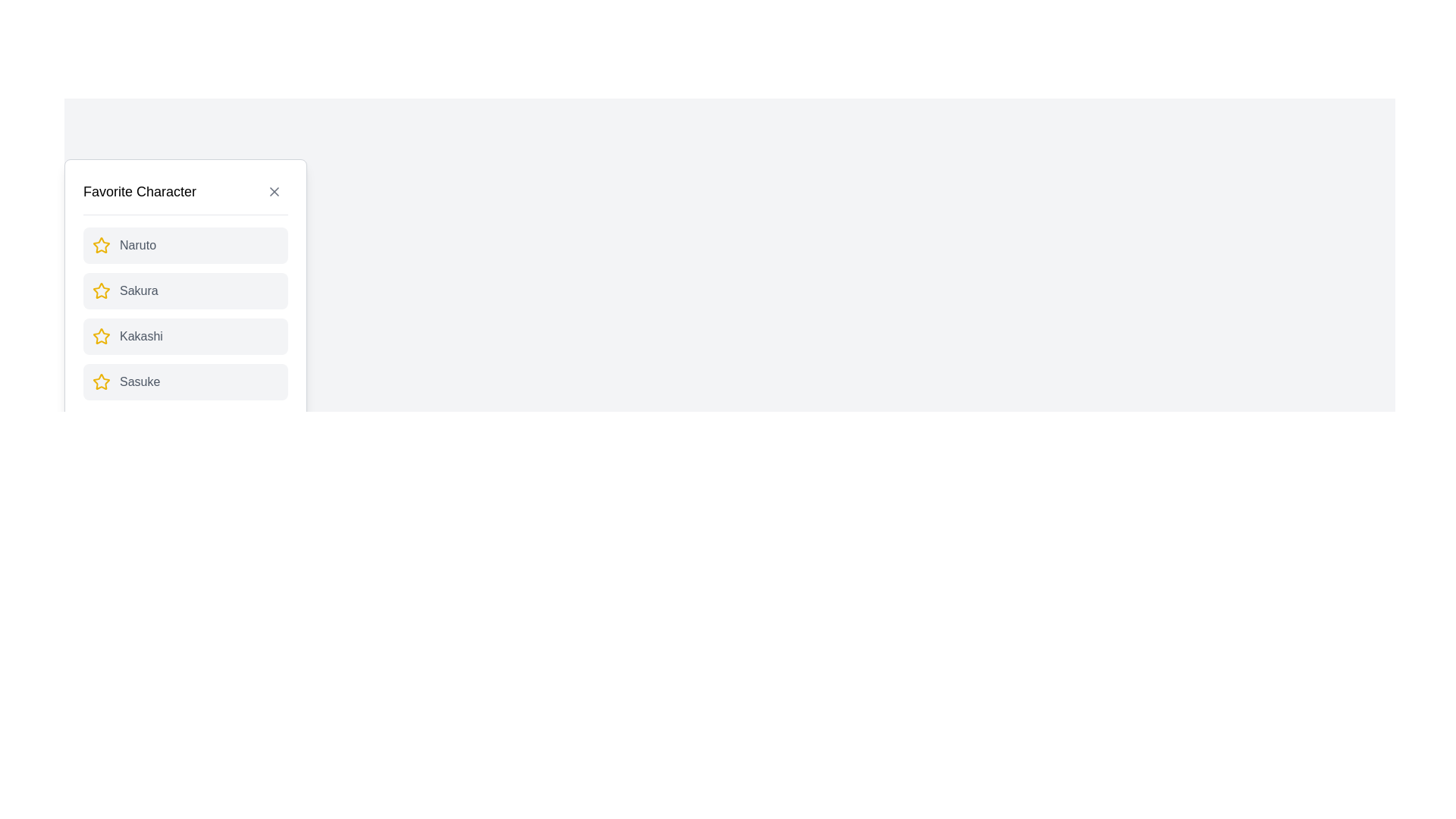 The width and height of the screenshot is (1456, 819). Describe the element at coordinates (101, 381) in the screenshot. I see `the fourth golden star icon with a hollow center, located in the 'Favorite Character' panel next to 'Sasuke'` at that location.